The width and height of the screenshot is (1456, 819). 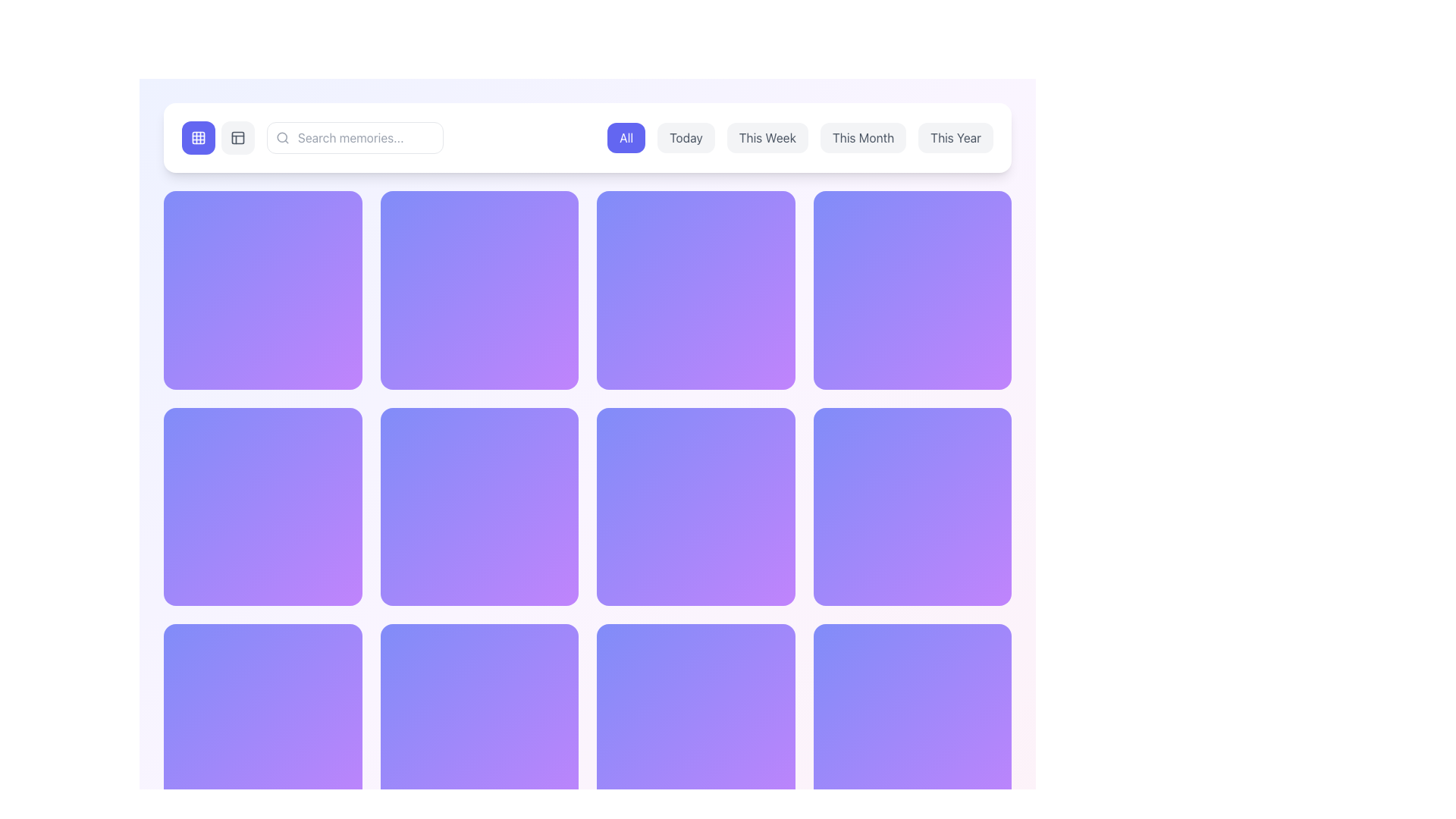 I want to click on displayed texts and icons from the compound UI element that shows the date '2024-10-09' and the number '86', along with a clock and heart icon, located at the bottom-left corner of the interface, so click(x=213, y=792).